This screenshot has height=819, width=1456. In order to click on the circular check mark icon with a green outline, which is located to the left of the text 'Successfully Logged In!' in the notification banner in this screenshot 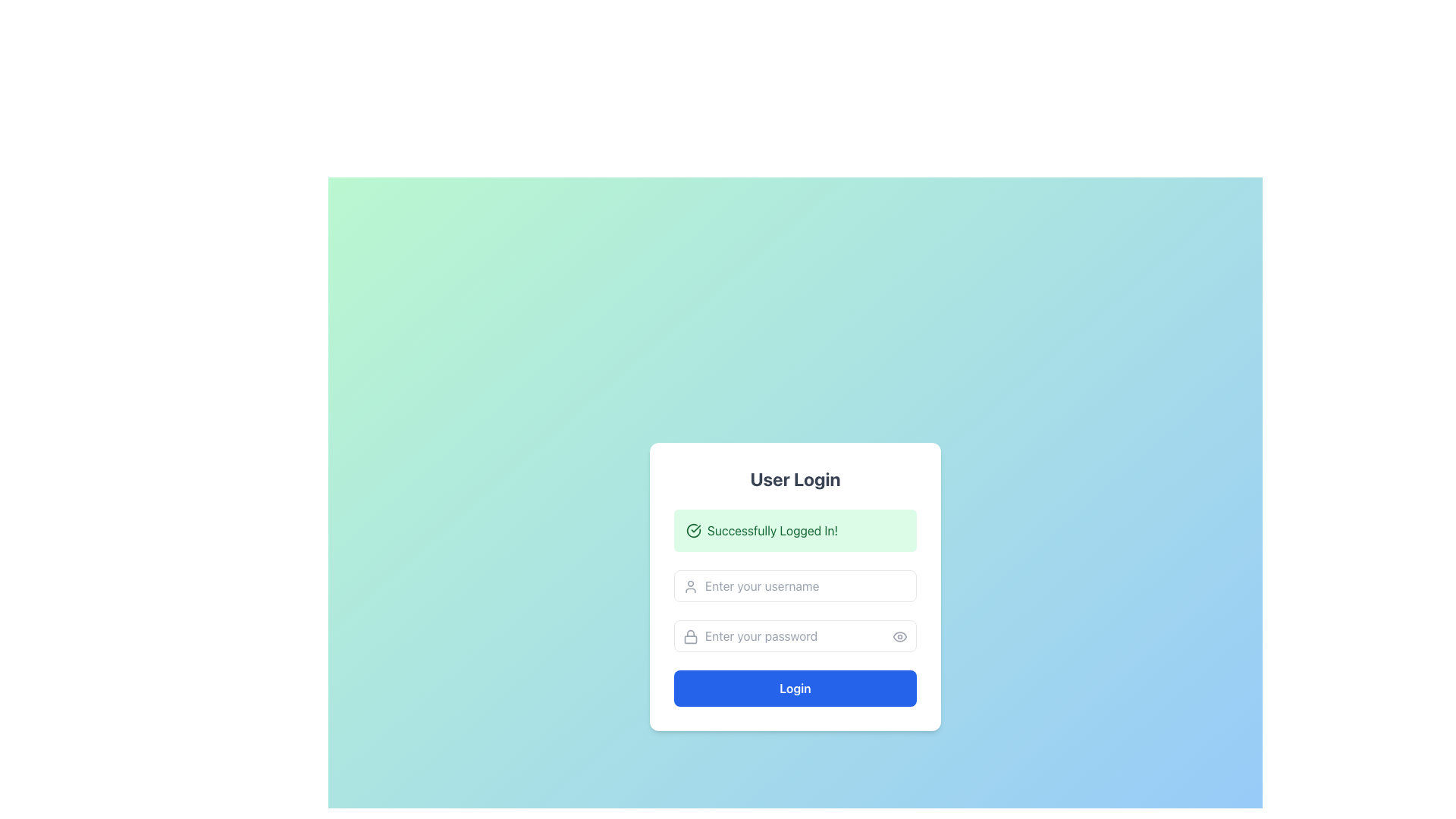, I will do `click(693, 529)`.